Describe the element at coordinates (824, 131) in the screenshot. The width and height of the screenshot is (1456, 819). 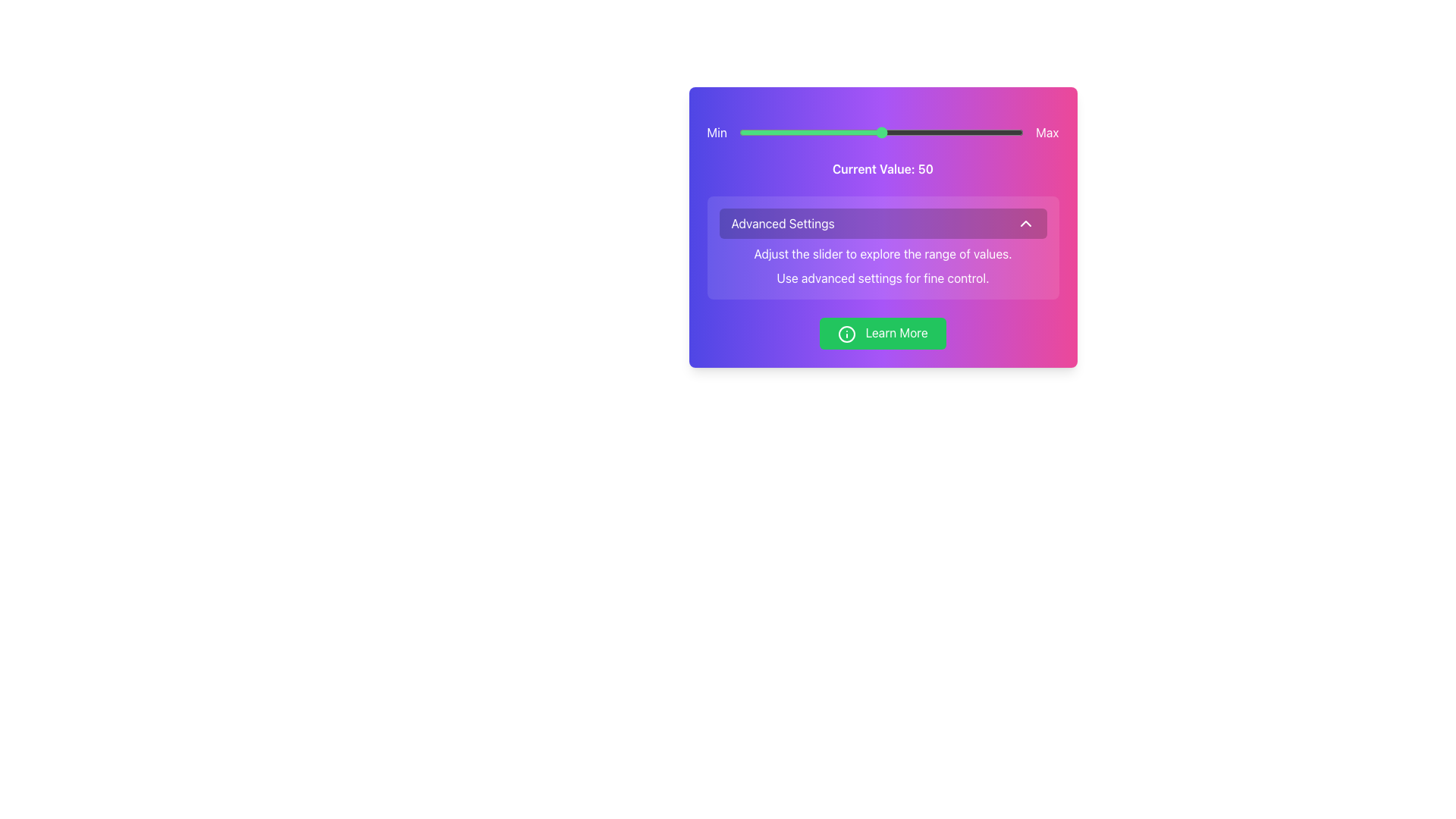
I see `the value of the slider` at that location.